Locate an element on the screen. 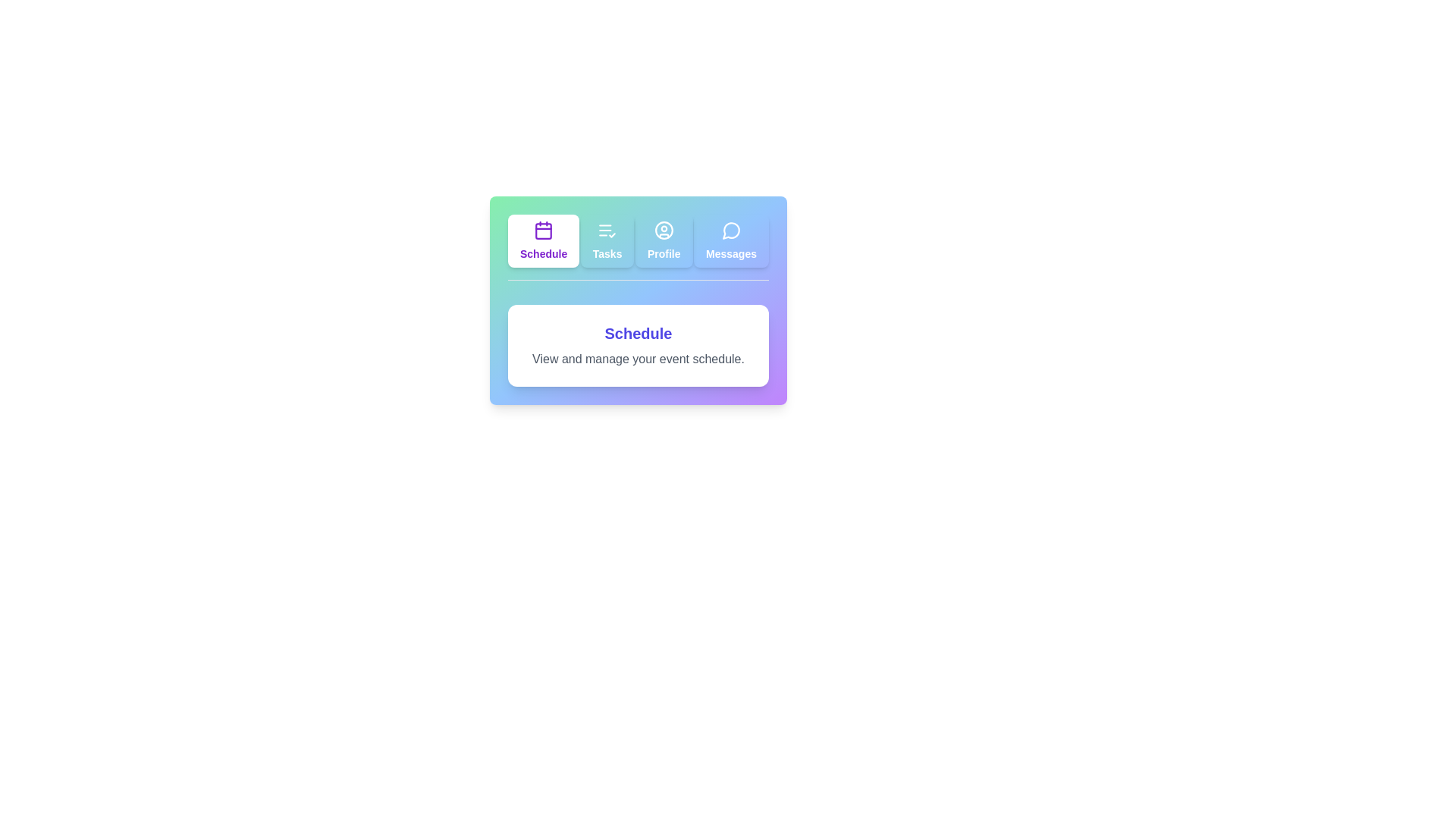 This screenshot has width=1456, height=819. the tab labeled Messages to select it is located at coordinates (731, 240).